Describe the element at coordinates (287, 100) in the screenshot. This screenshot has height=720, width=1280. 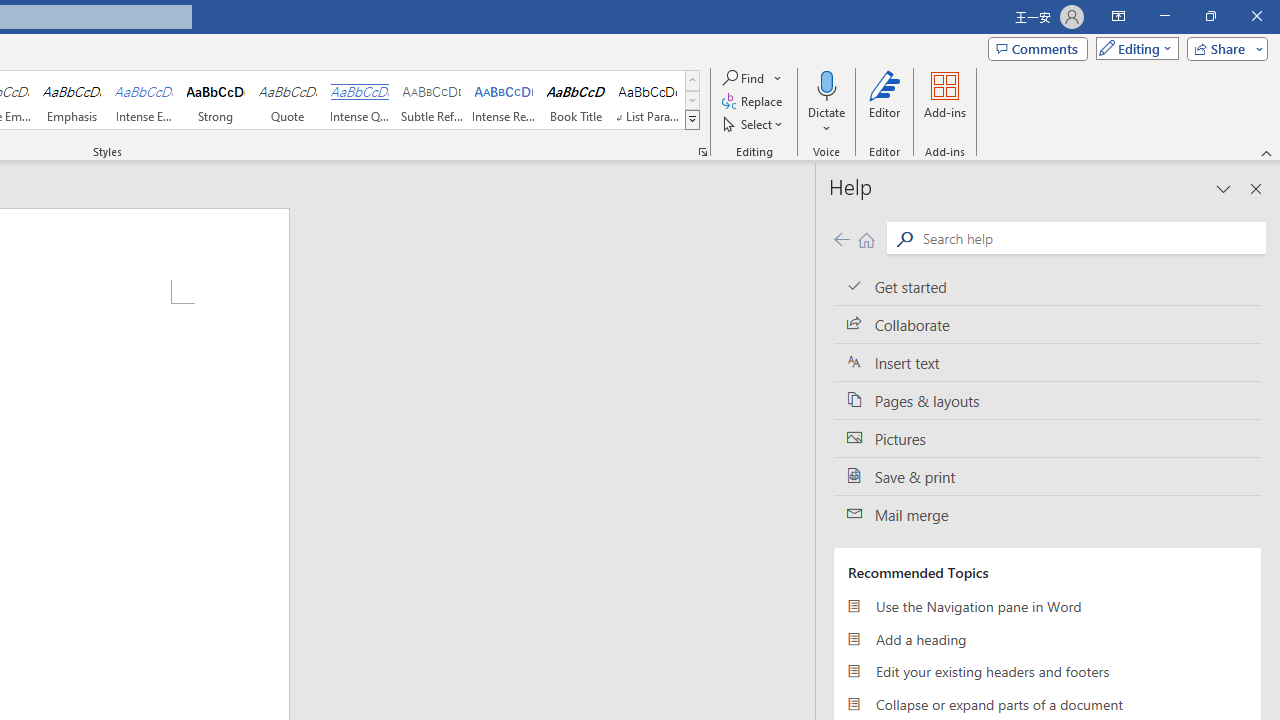
I see `'Quote'` at that location.